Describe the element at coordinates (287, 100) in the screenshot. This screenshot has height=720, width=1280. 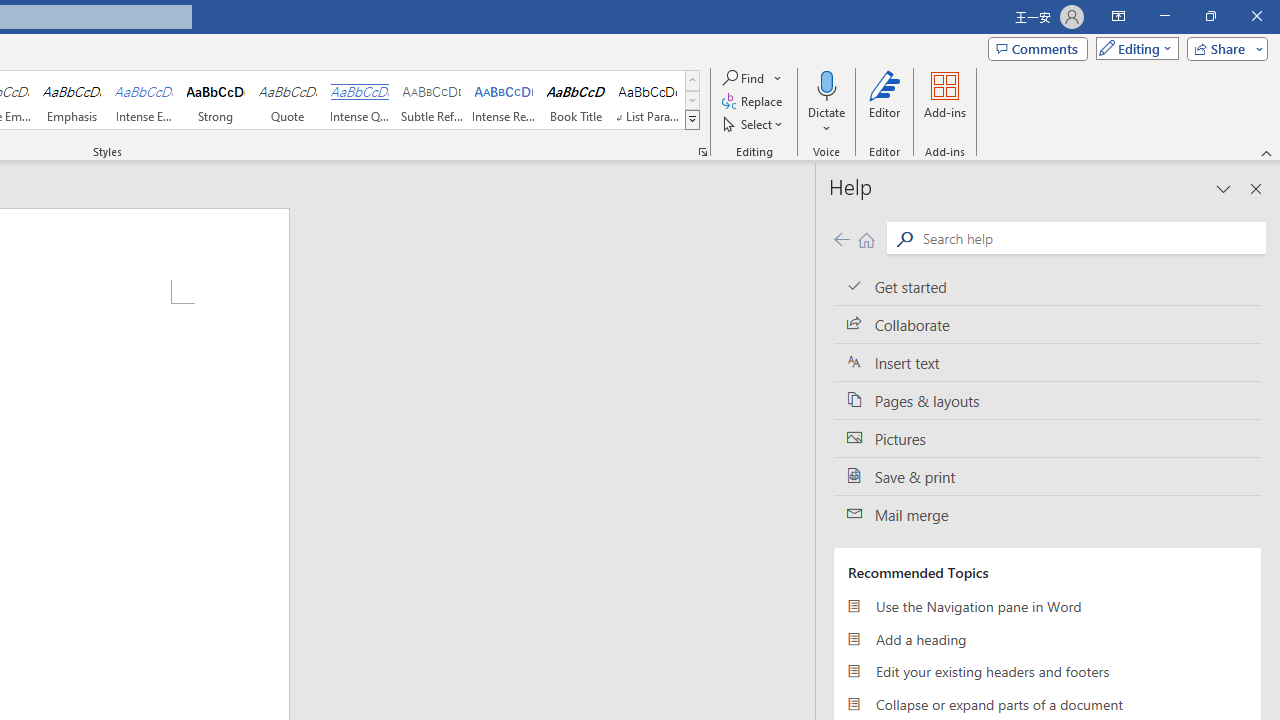
I see `'Quote'` at that location.